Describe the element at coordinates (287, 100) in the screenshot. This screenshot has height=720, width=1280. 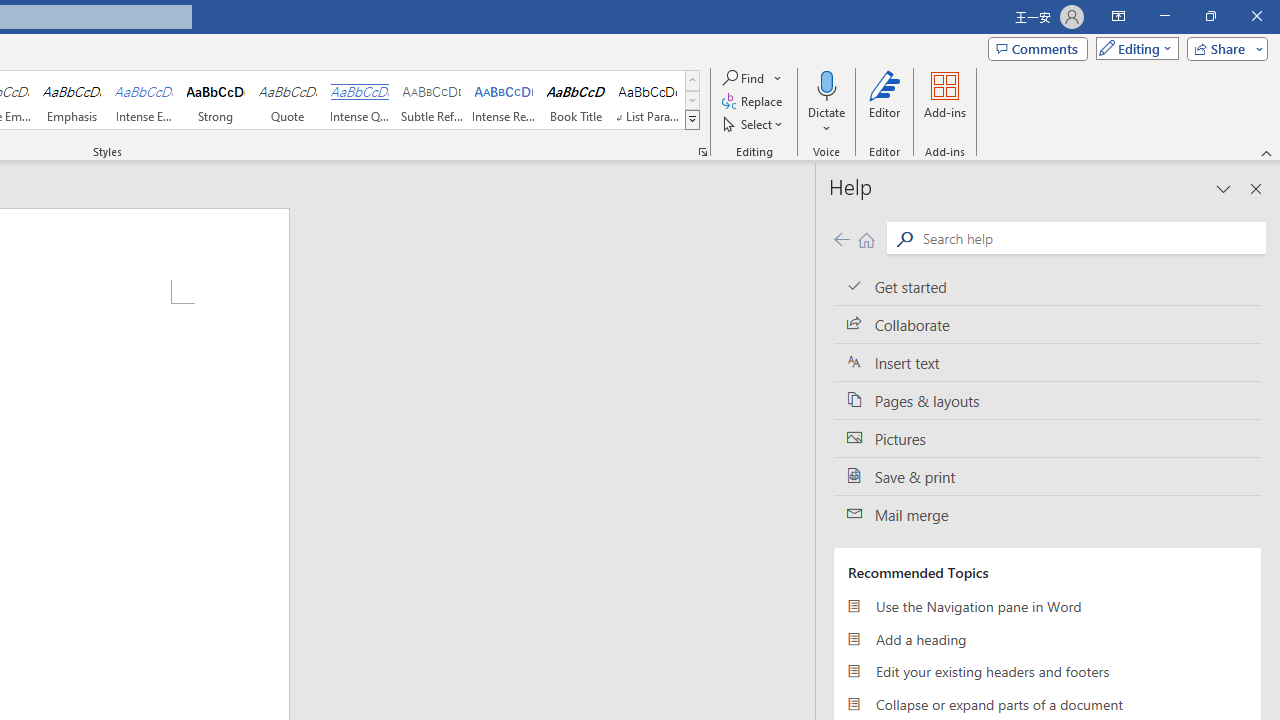
I see `'Quote'` at that location.